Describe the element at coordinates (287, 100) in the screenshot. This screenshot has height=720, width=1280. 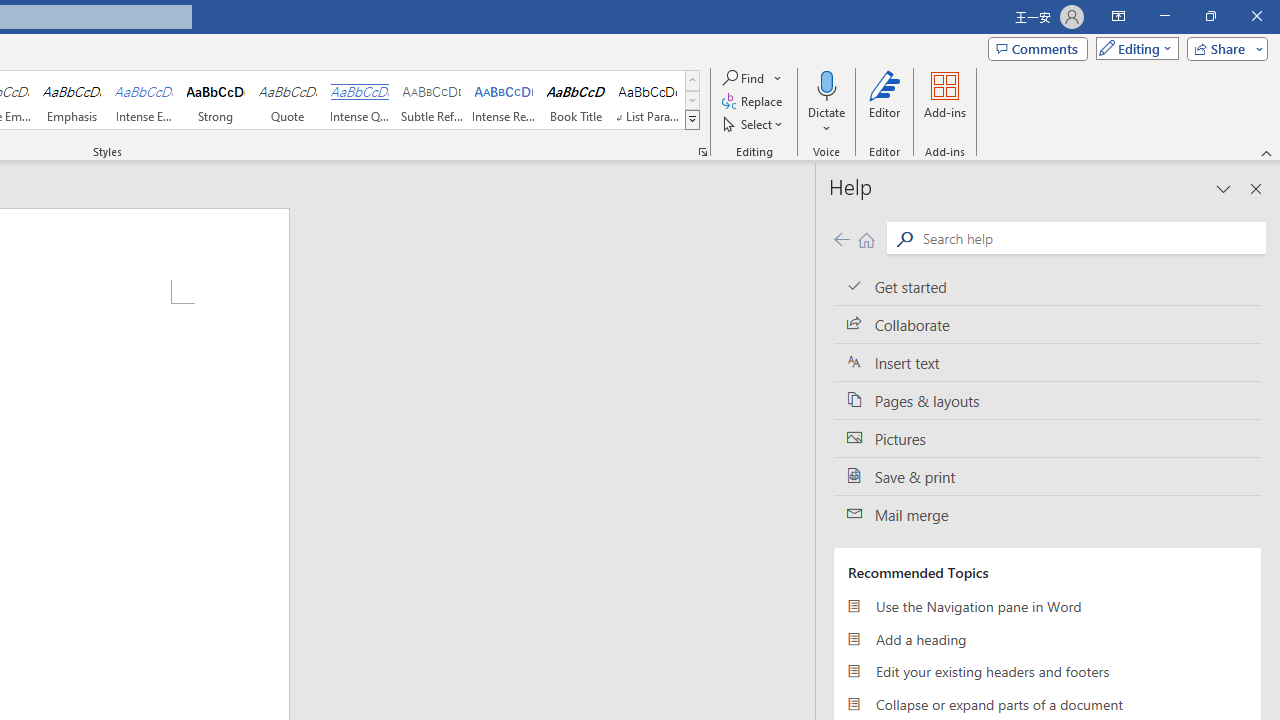
I see `'Quote'` at that location.